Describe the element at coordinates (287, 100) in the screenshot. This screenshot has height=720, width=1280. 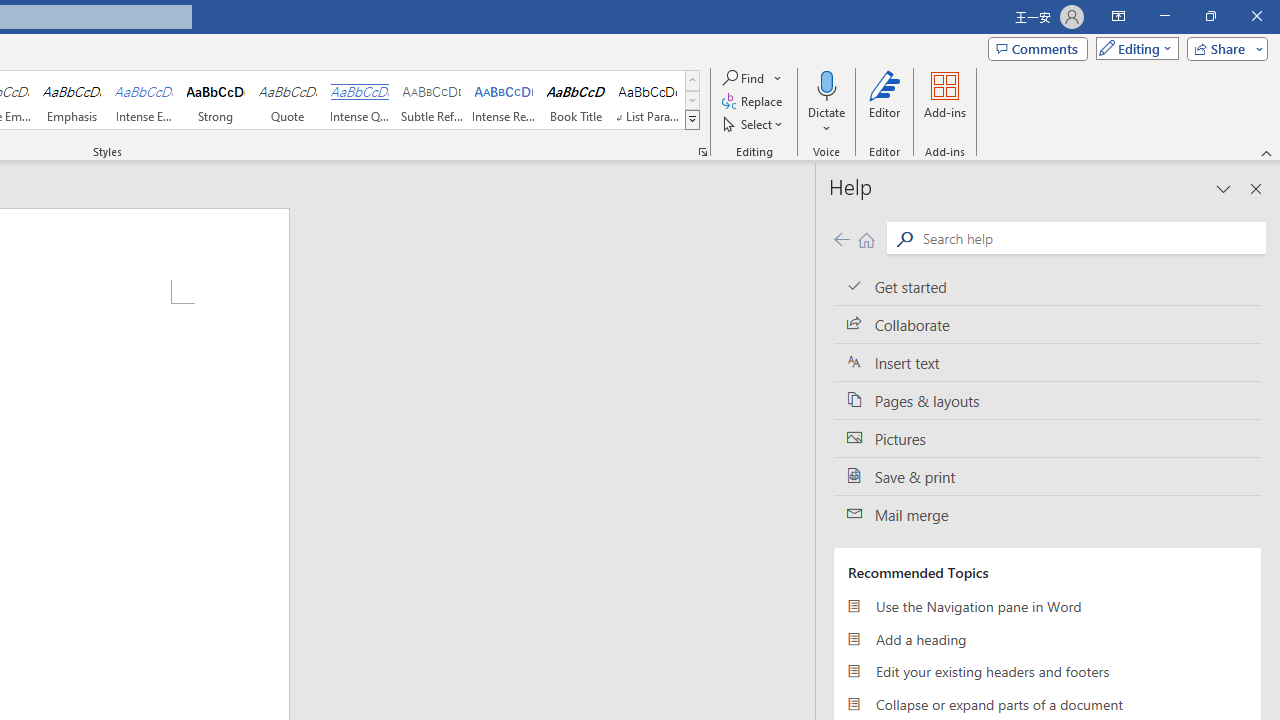
I see `'Quote'` at that location.